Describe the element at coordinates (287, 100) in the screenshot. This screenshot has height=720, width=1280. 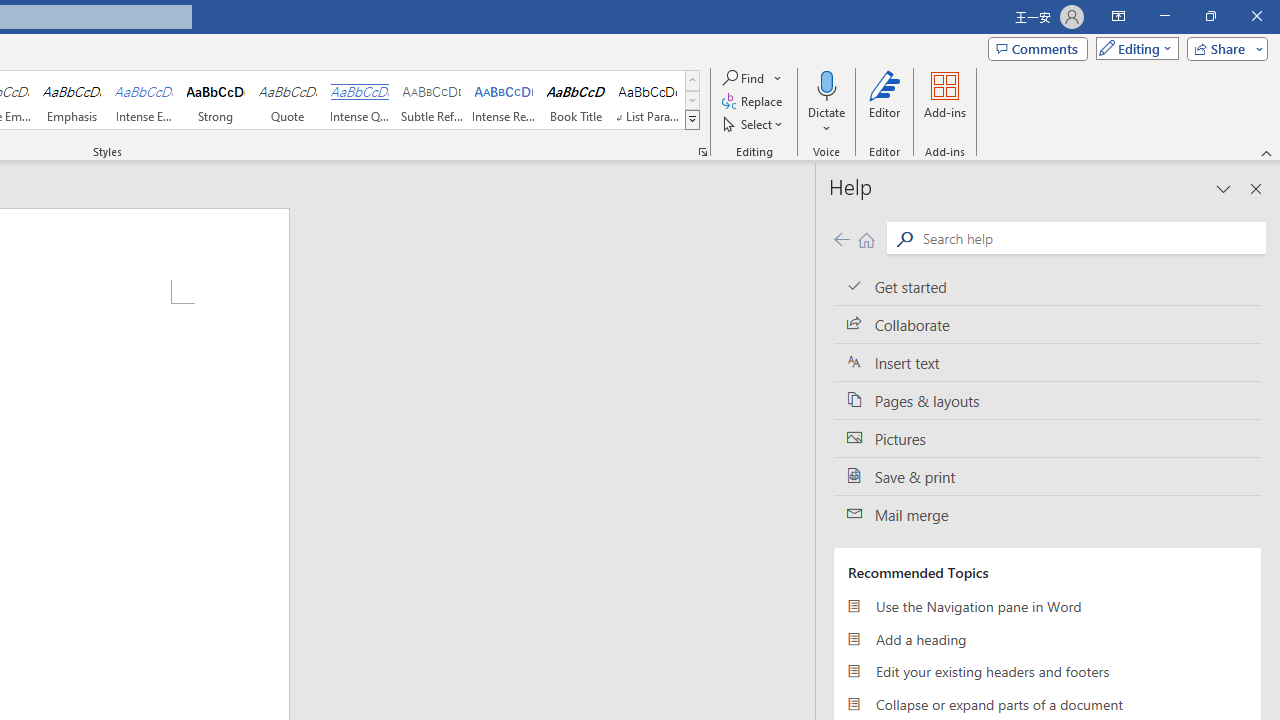
I see `'Quote'` at that location.